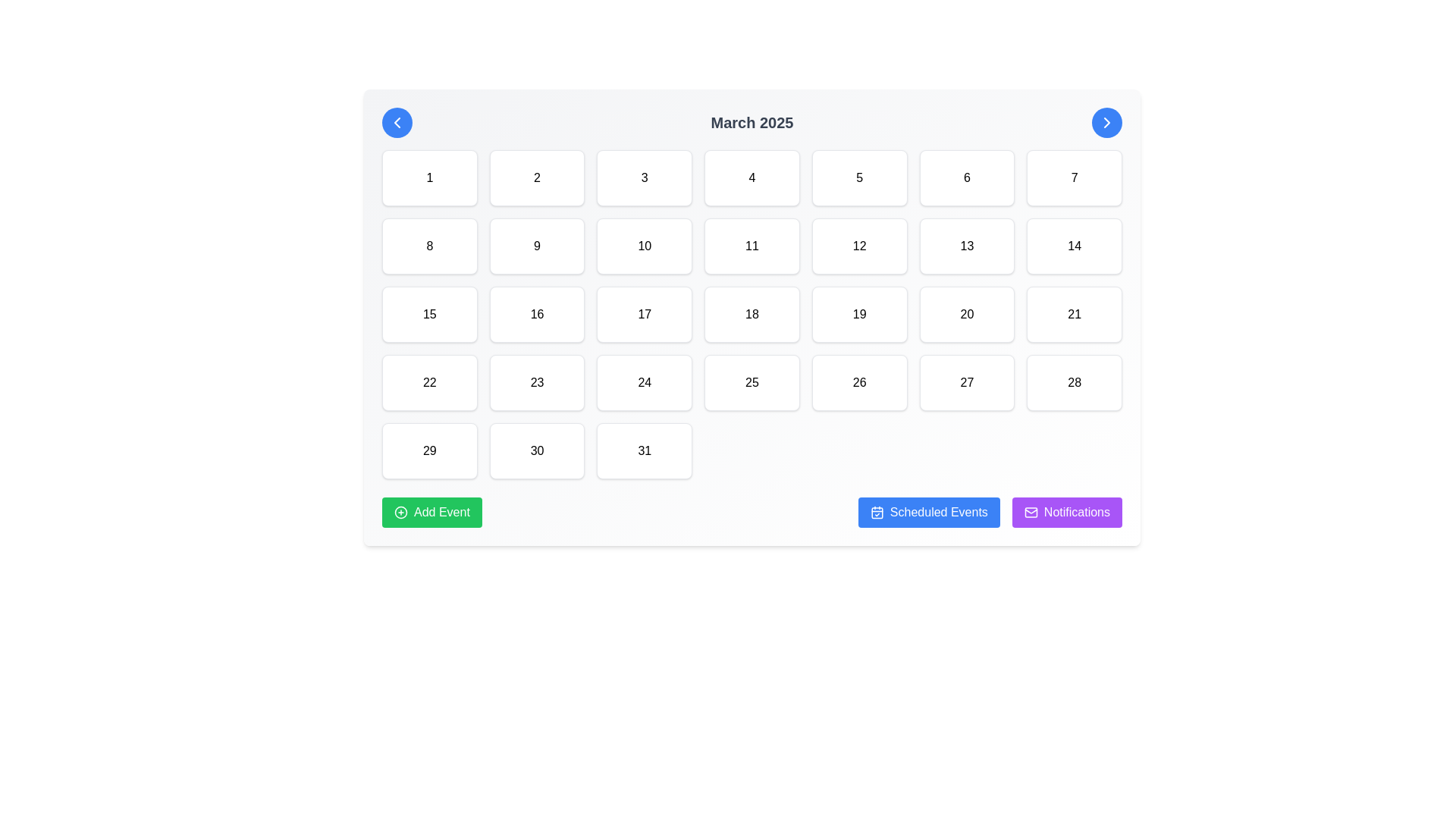  Describe the element at coordinates (428, 450) in the screenshot. I see `the text label indicating the 29th day in the last row of the March 2025 calendar layout, located in the second position from the left` at that location.